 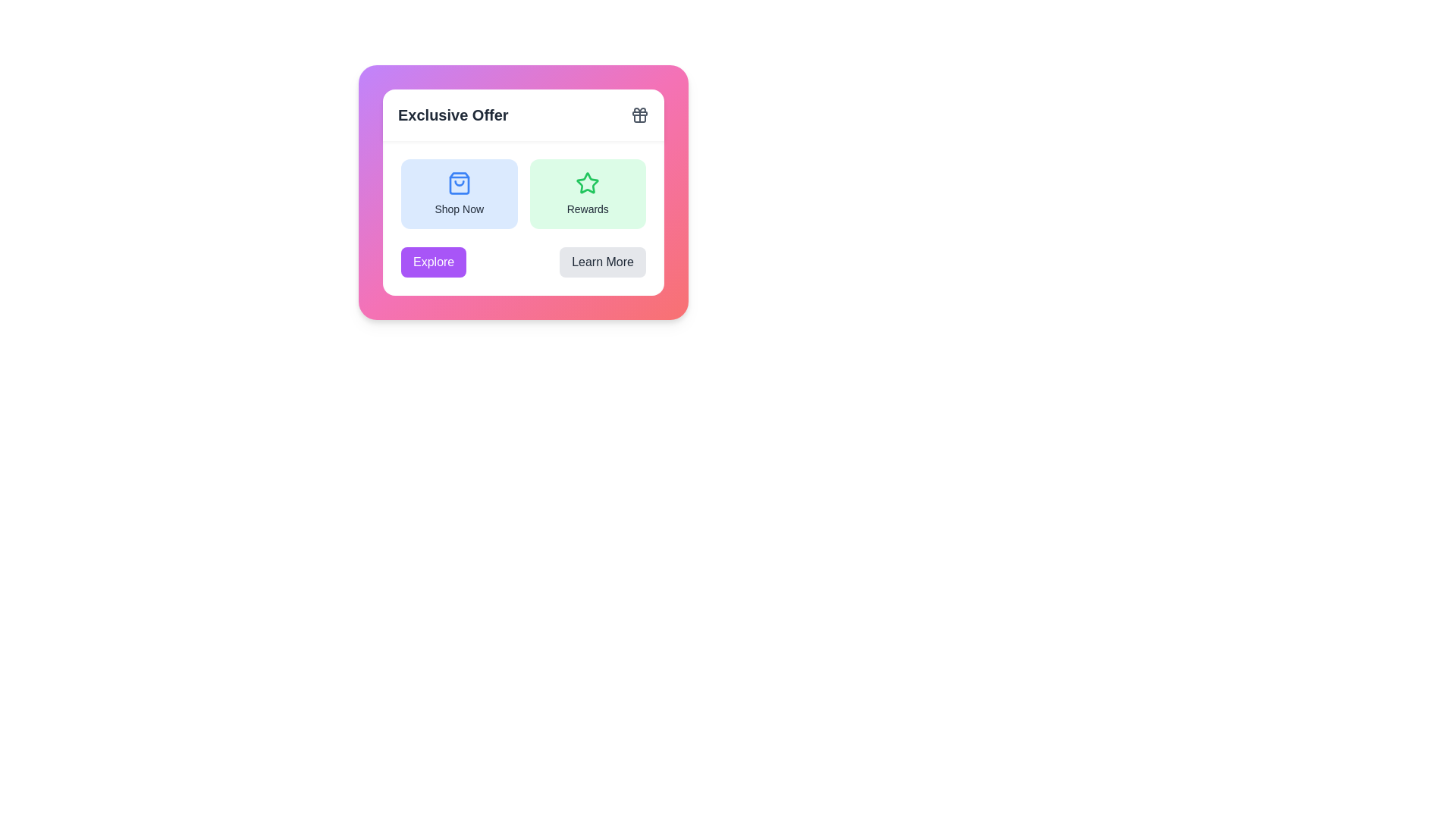 What do you see at coordinates (640, 114) in the screenshot?
I see `the gift box icon with a dark gray outline located in the top-right corner of the horizontal bar displaying 'Exclusive Offer'` at bounding box center [640, 114].